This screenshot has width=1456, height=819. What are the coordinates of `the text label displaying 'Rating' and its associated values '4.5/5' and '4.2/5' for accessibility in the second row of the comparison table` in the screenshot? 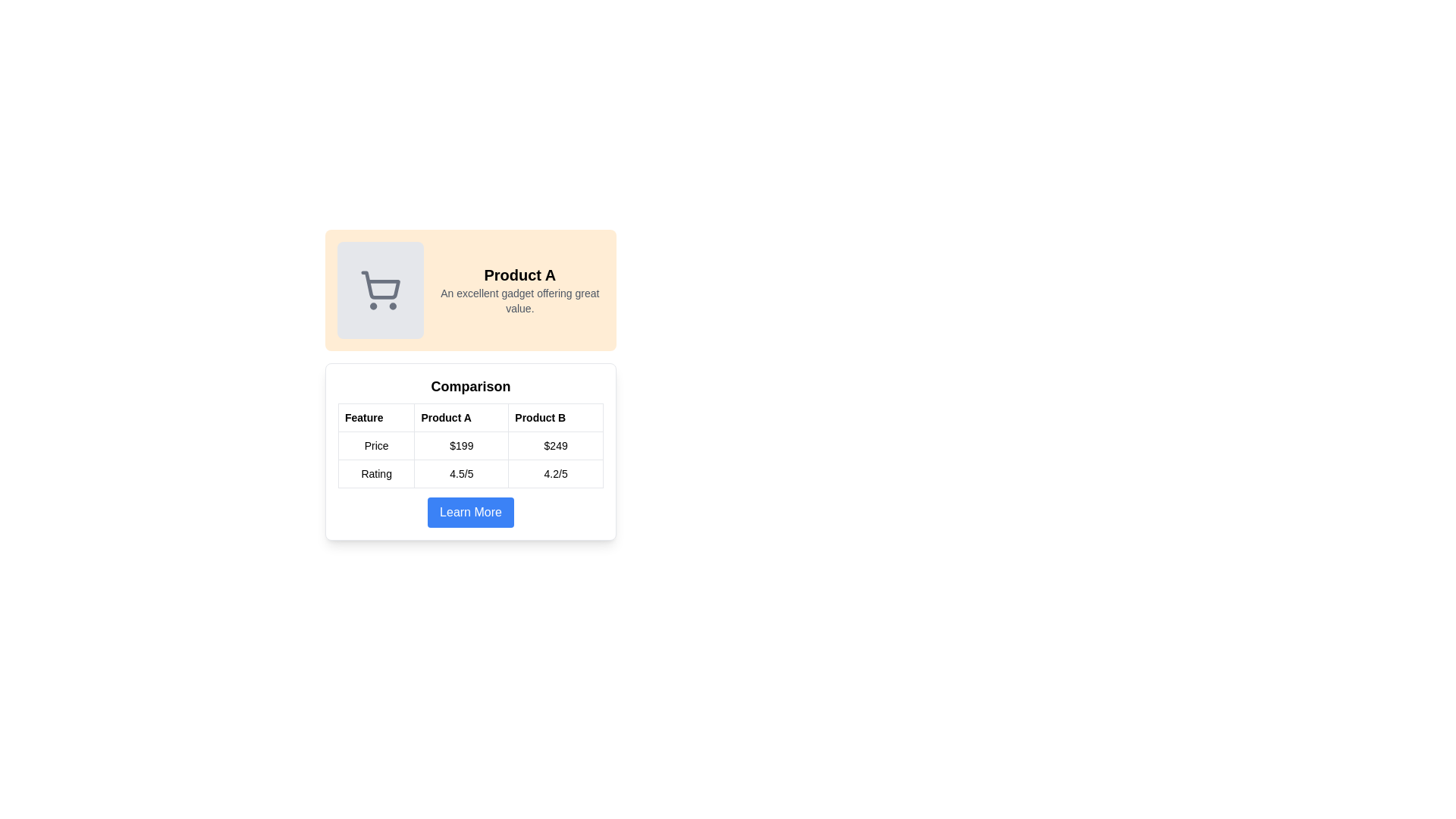 It's located at (469, 472).